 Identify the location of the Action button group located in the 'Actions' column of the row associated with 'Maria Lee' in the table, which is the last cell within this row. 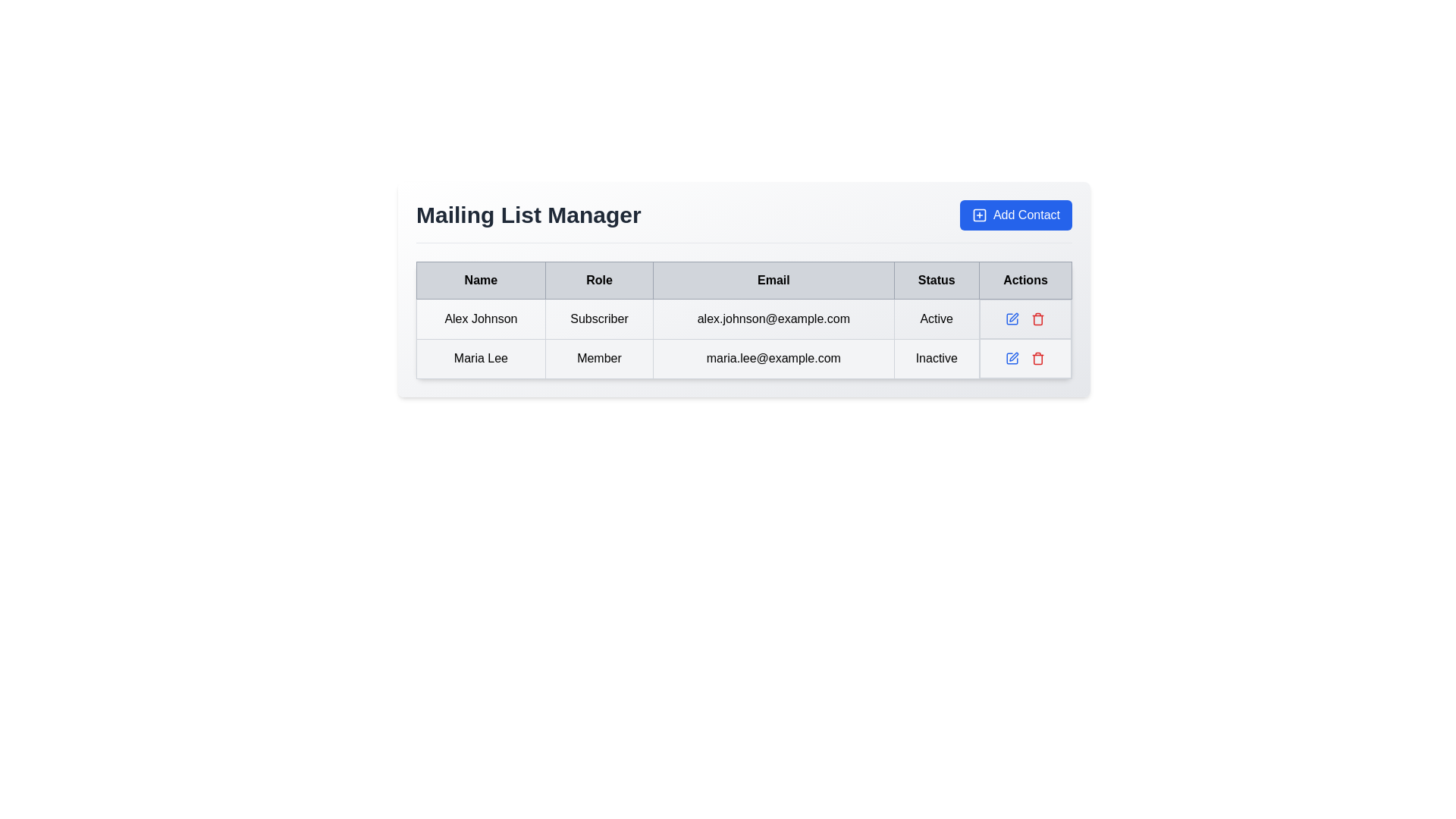
(1025, 359).